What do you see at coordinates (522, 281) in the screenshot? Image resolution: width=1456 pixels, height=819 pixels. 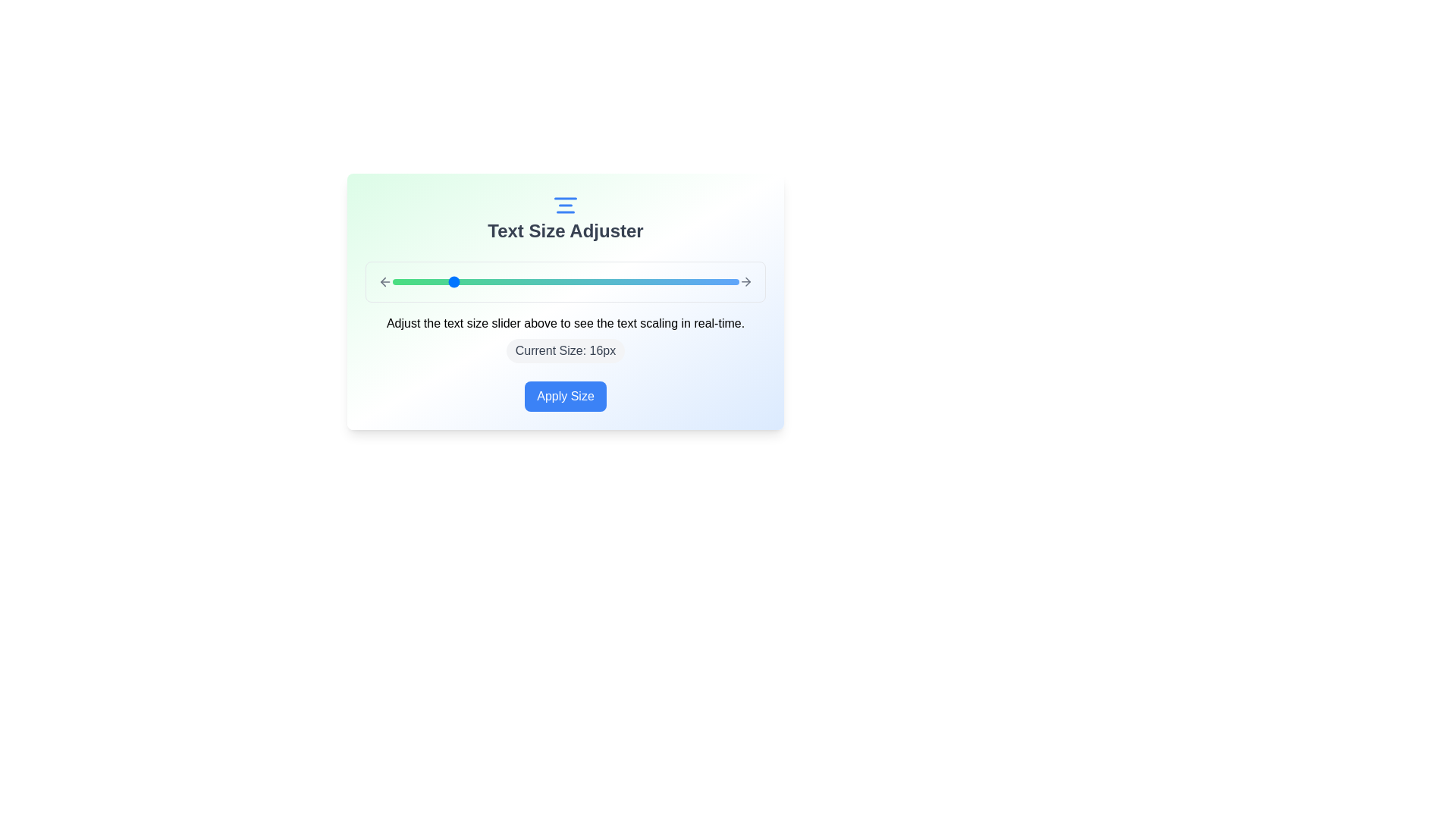 I see `the text size slider to set the text size to 21px` at bounding box center [522, 281].